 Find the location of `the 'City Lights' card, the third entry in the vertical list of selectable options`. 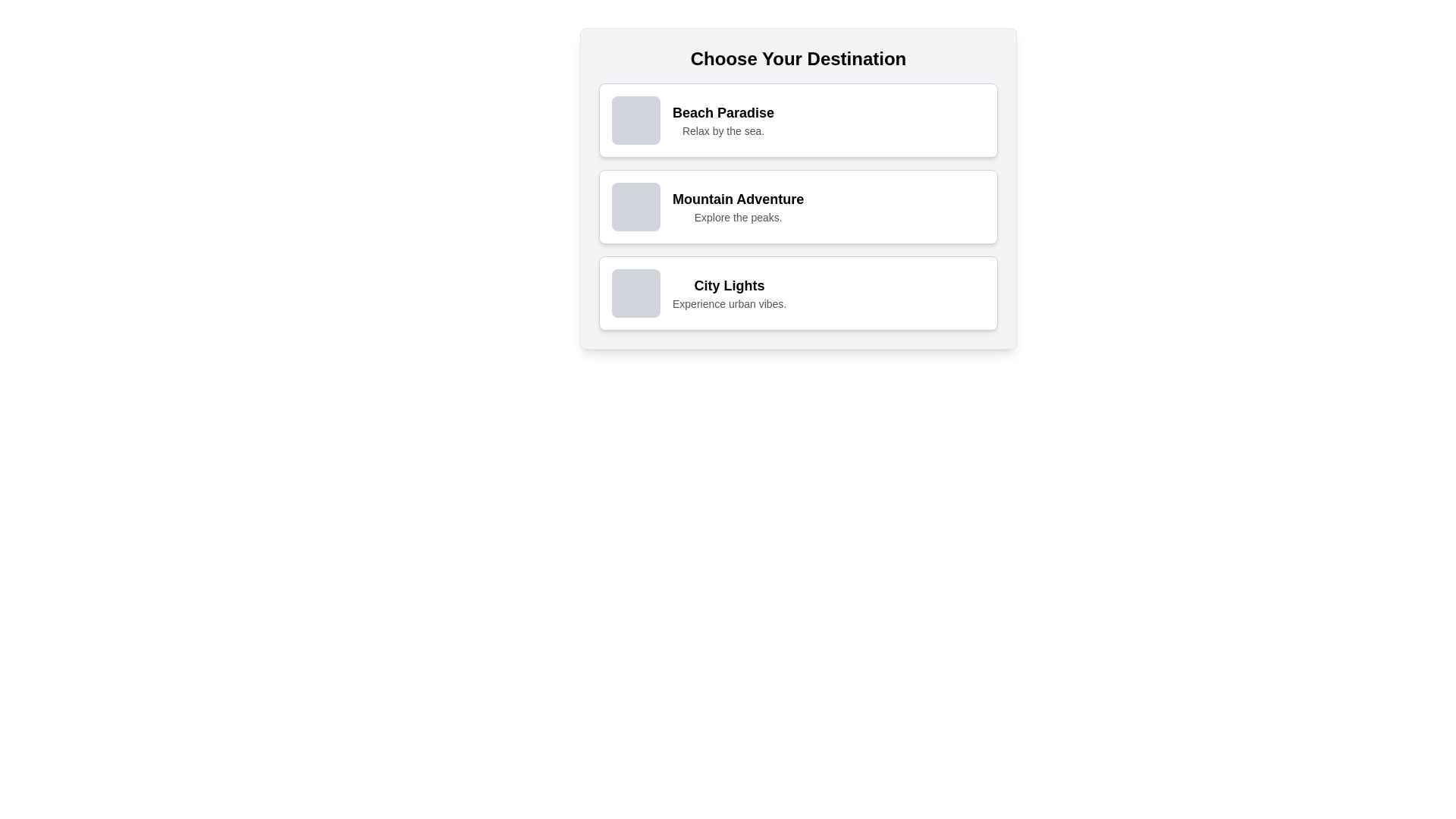

the 'City Lights' card, the third entry in the vertical list of selectable options is located at coordinates (797, 293).